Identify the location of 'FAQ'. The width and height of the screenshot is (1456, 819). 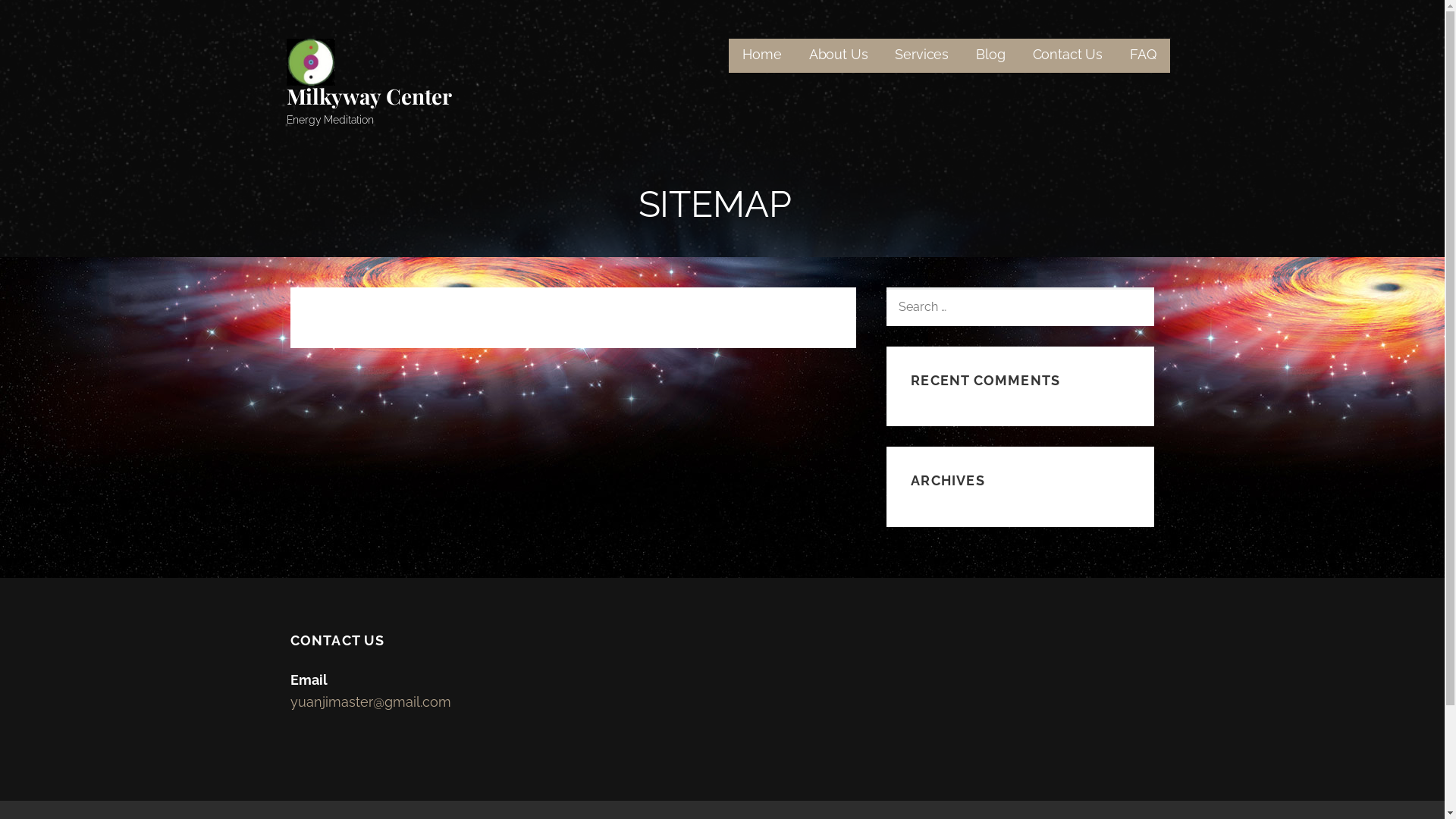
(1143, 55).